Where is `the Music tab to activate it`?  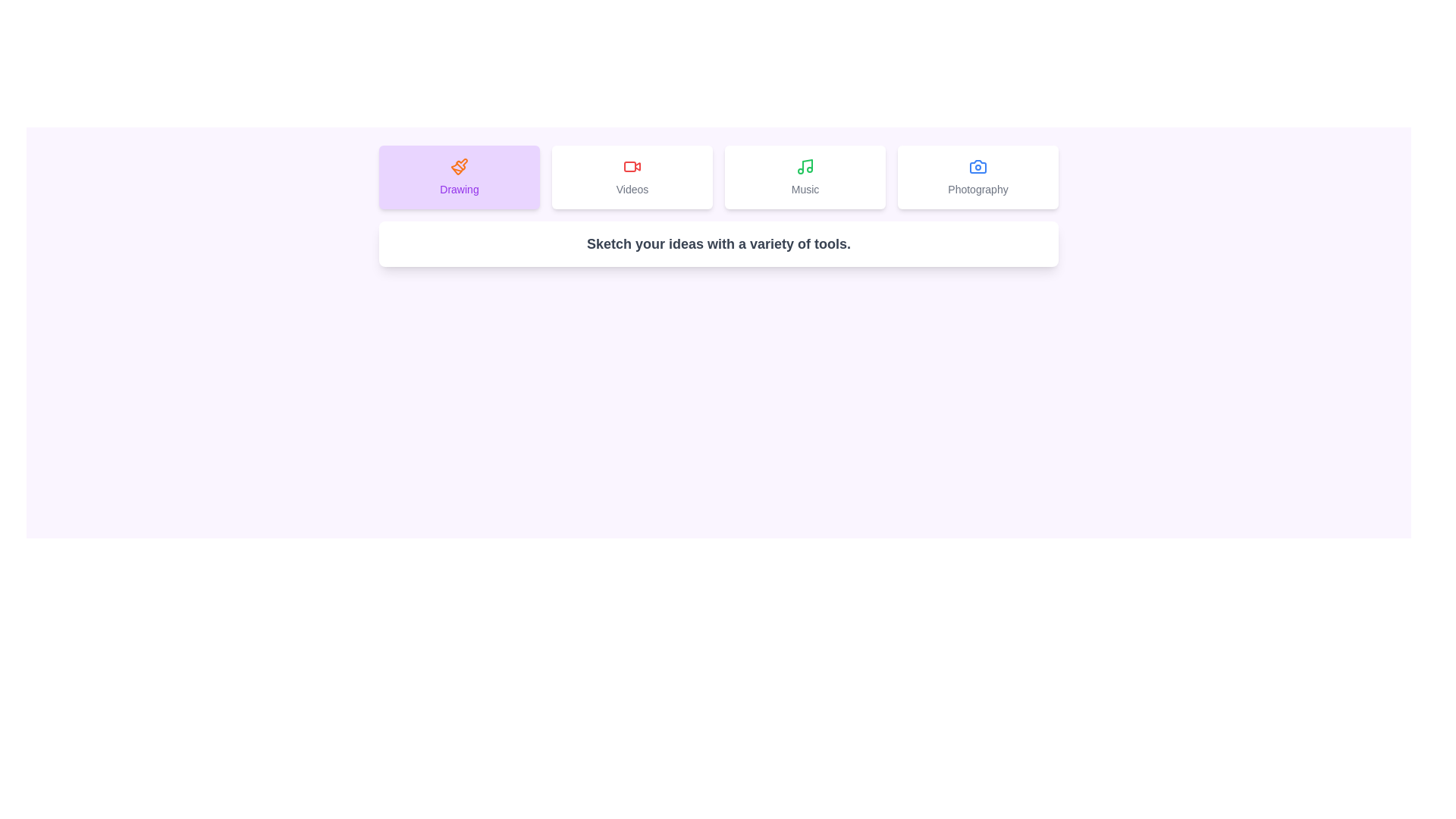 the Music tab to activate it is located at coordinates (804, 177).